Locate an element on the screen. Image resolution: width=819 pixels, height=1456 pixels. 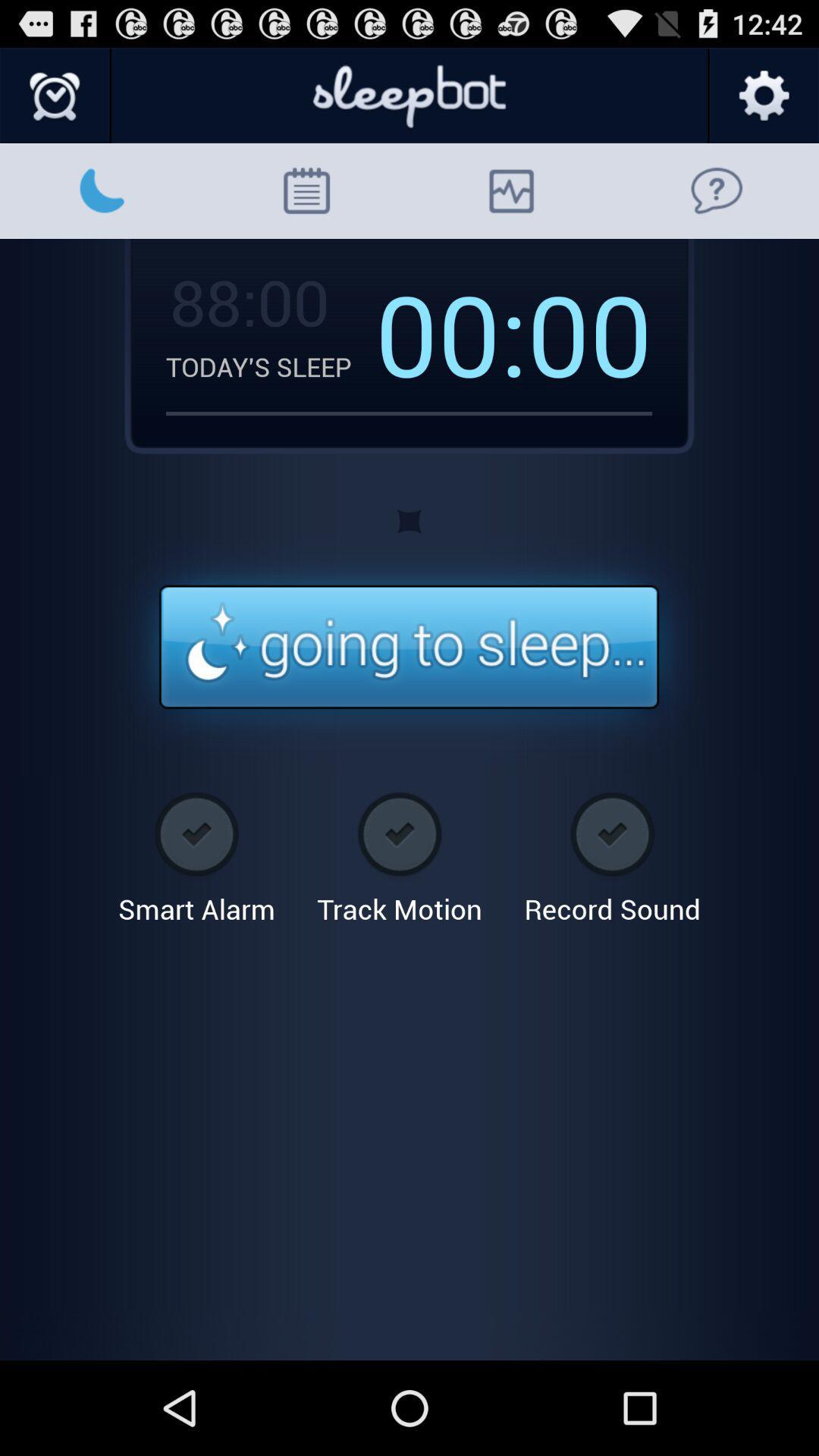
the settings icon is located at coordinates (763, 102).